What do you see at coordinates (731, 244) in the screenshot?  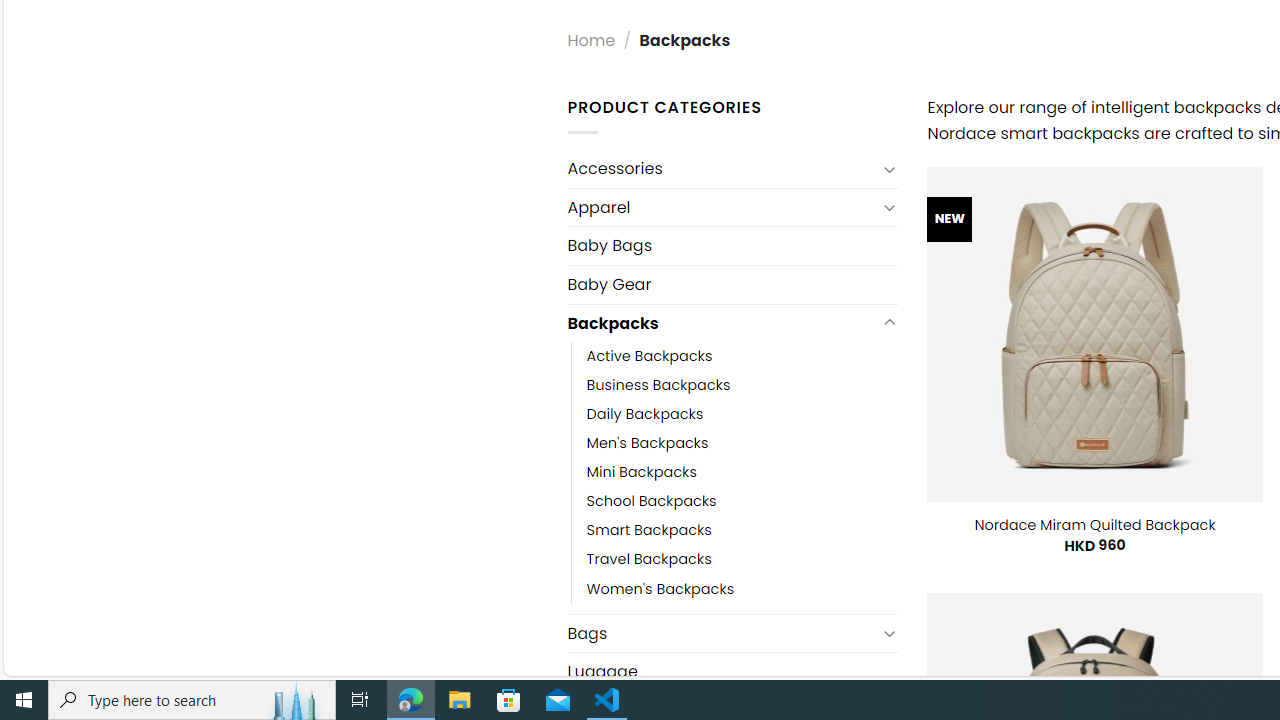 I see `'Baby Bags'` at bounding box center [731, 244].